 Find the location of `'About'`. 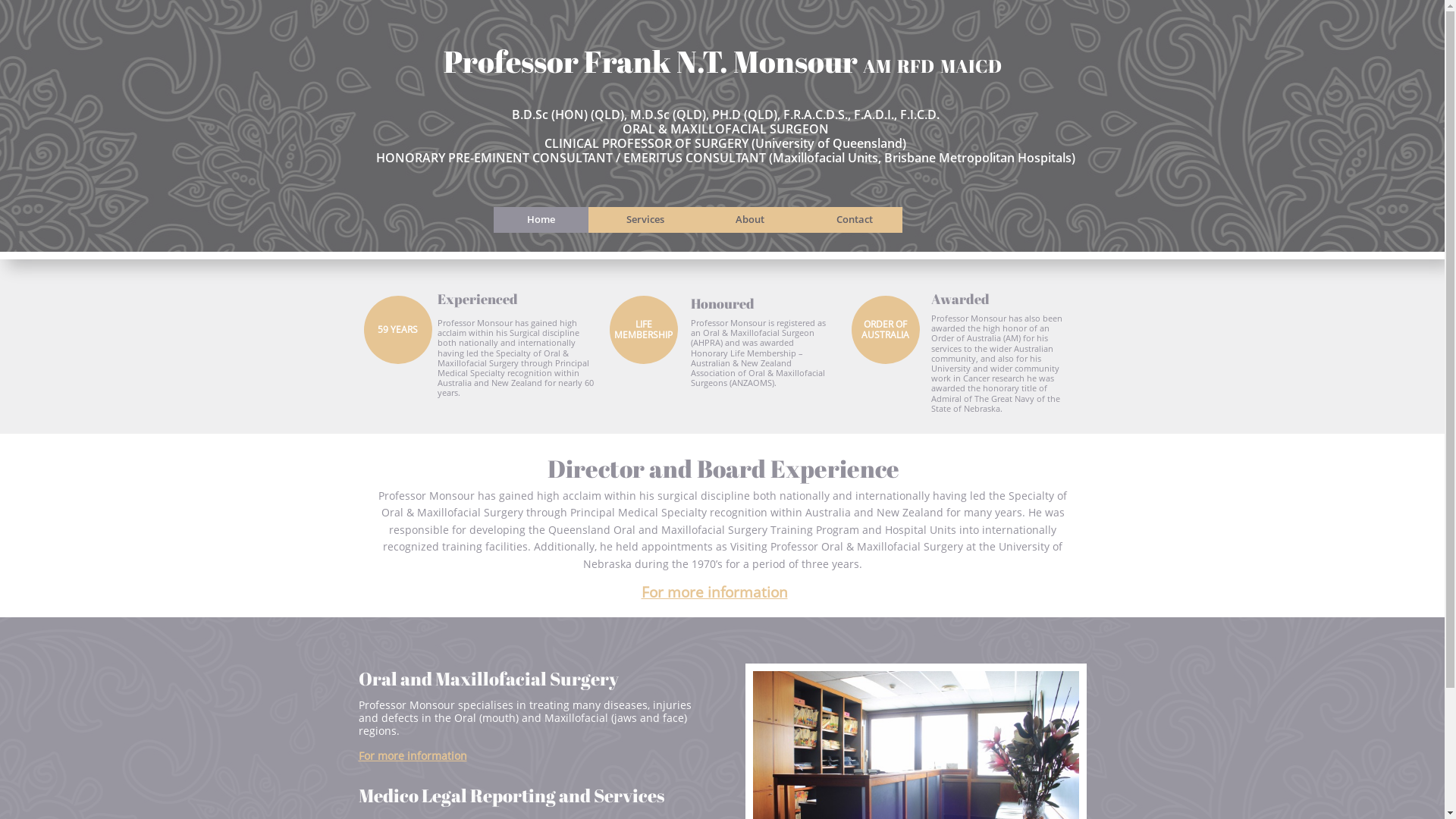

'About' is located at coordinates (749, 219).